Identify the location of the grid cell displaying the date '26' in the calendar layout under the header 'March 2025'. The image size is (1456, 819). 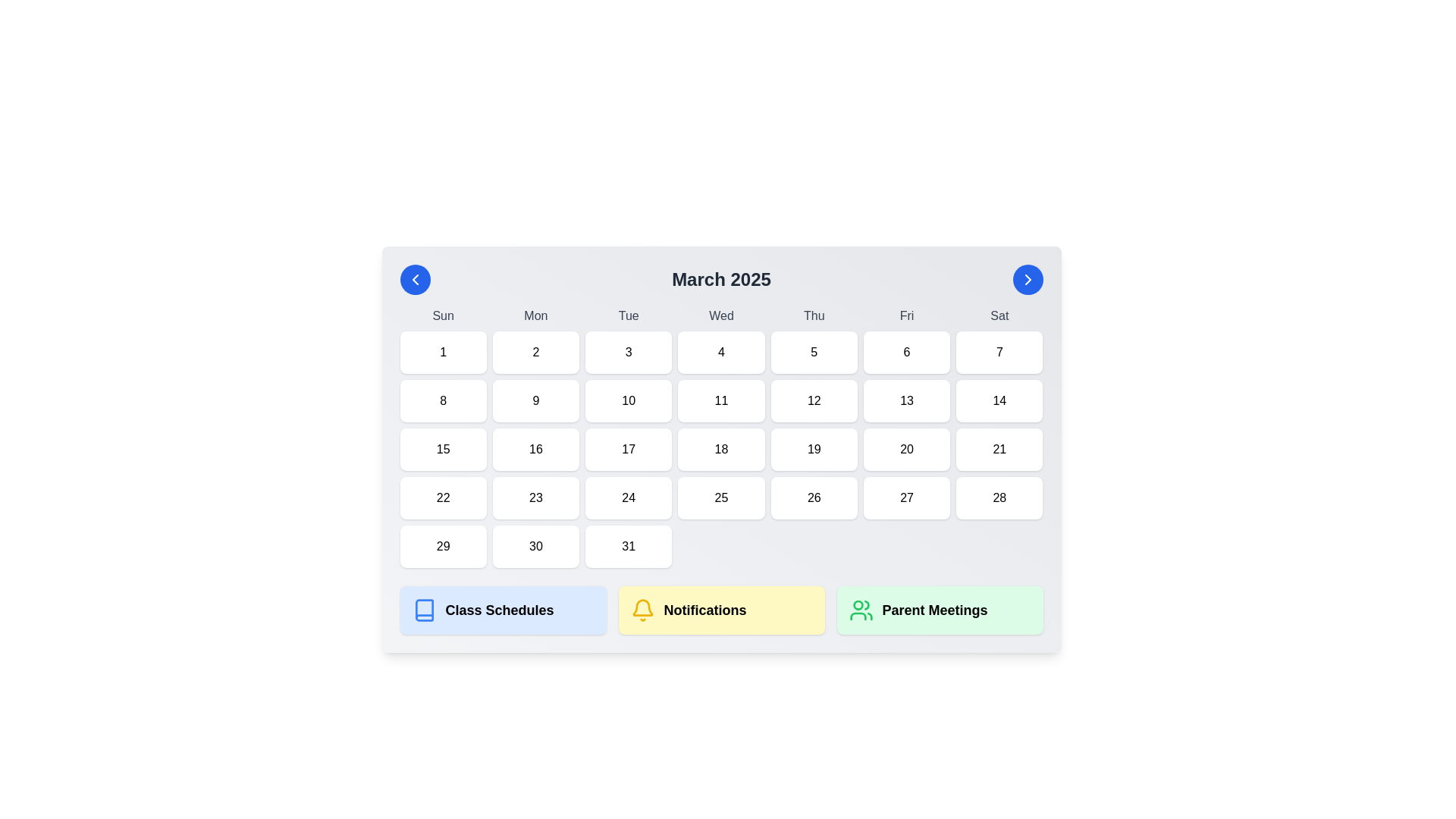
(813, 497).